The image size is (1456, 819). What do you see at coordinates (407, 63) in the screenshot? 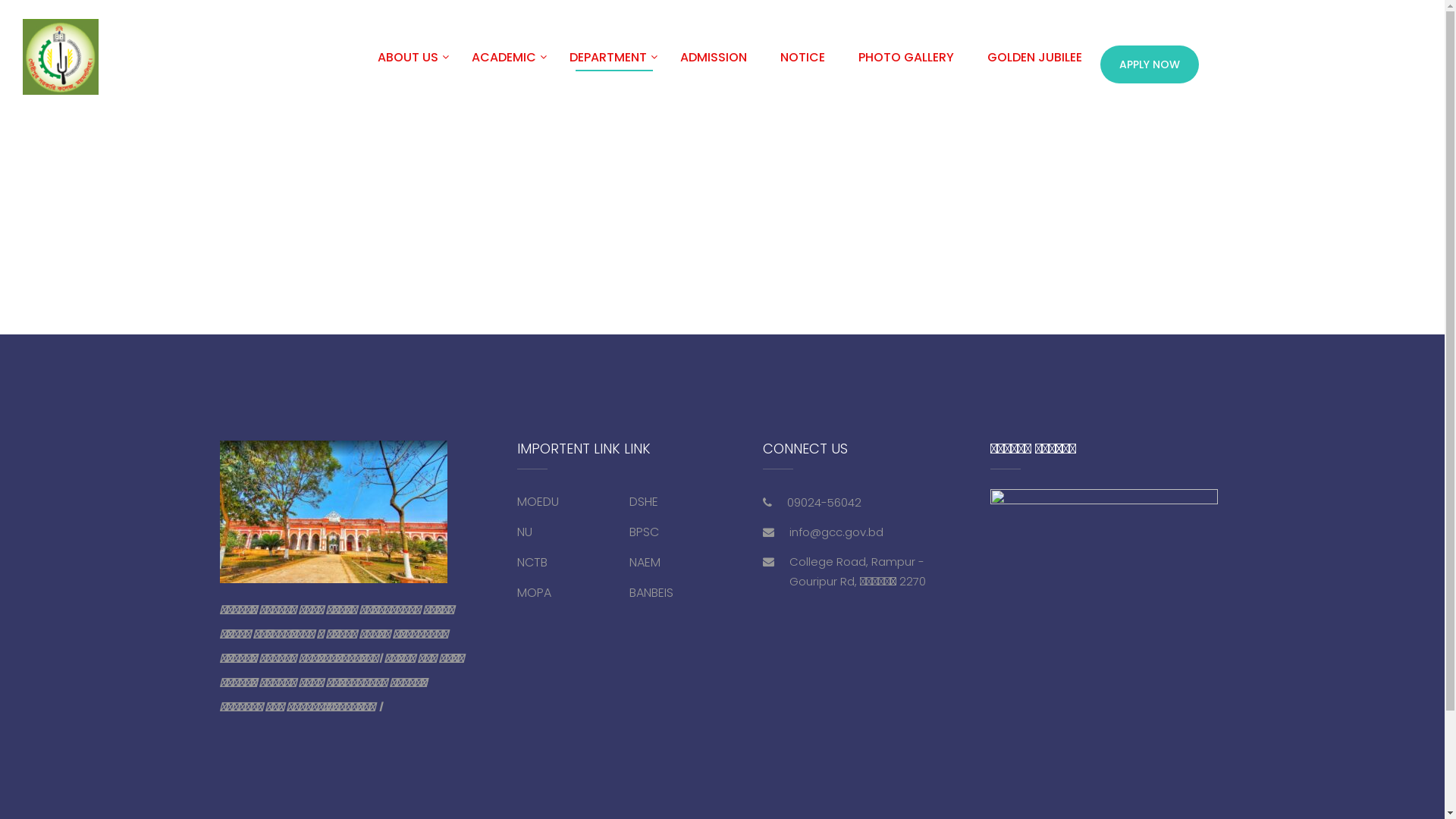
I see `'ABOUT US'` at bounding box center [407, 63].